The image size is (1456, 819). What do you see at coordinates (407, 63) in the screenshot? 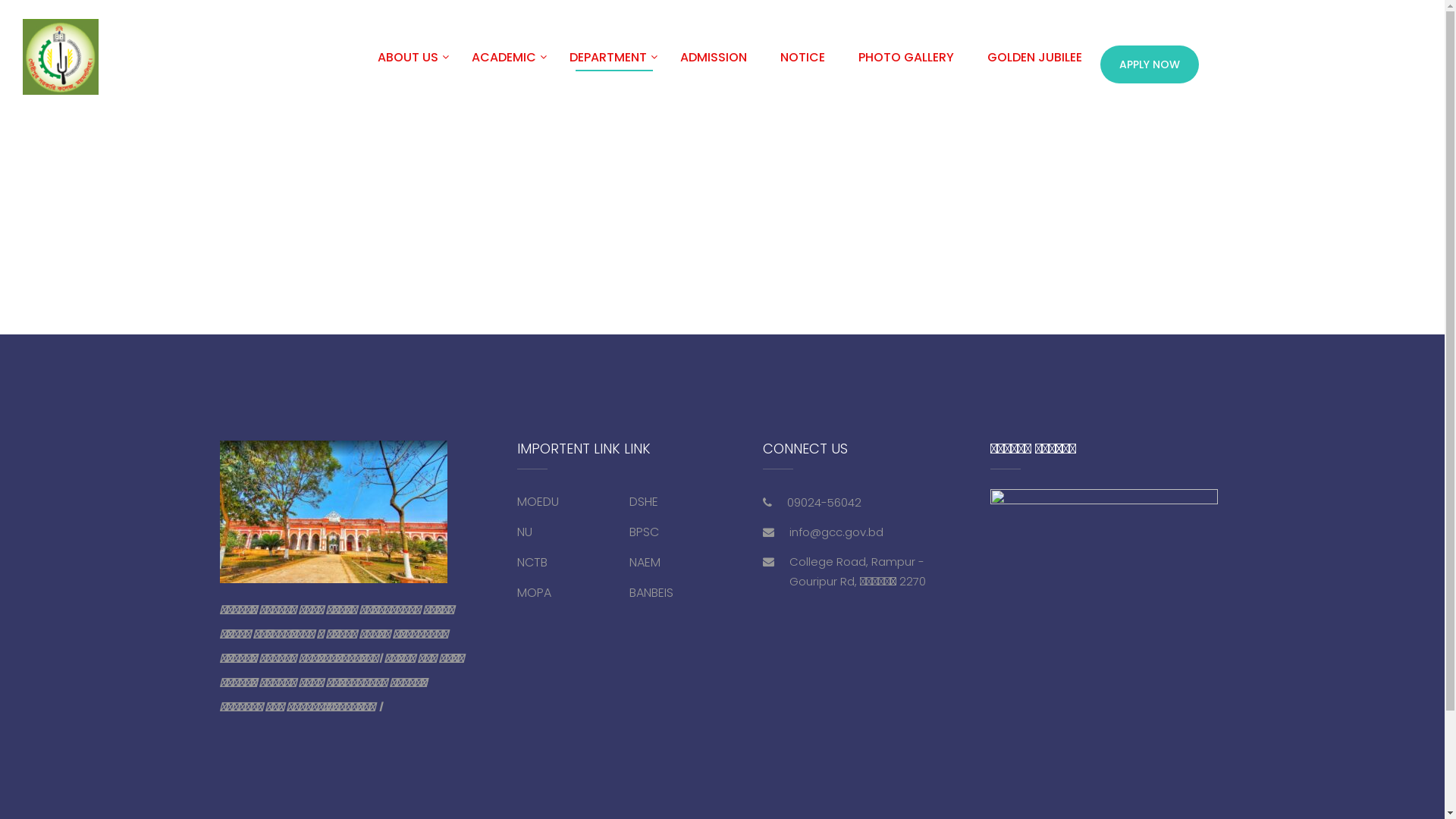
I see `'ABOUT US'` at bounding box center [407, 63].